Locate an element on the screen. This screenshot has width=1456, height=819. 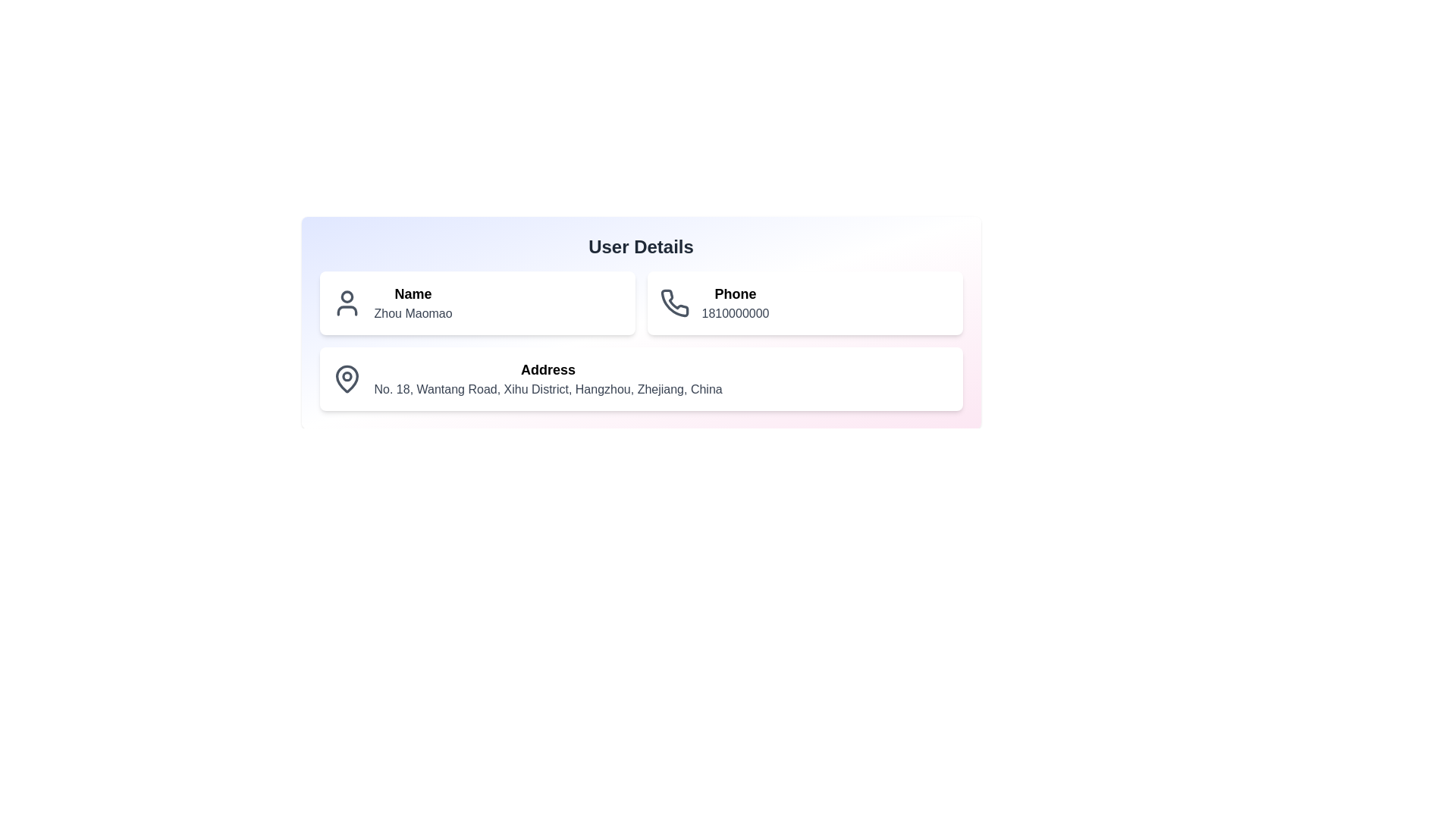
the location pin icon that symbolizes an address in the 'Address' section, which is located to the left of the text 'No. 18, Wantang Road, Xihu District, Hangzhou, Zhejiang, China' is located at coordinates (346, 378).